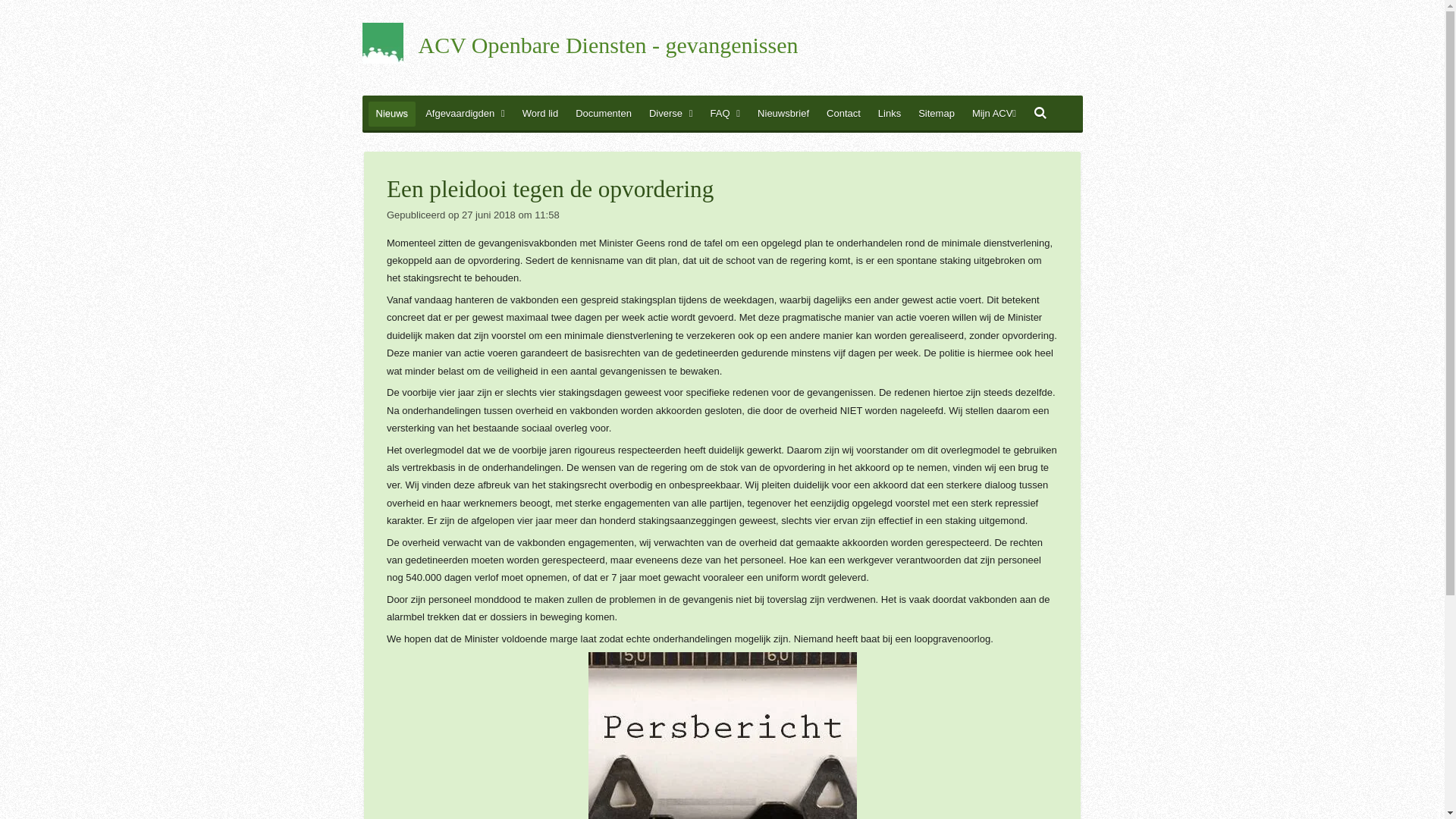 This screenshot has height=819, width=1456. What do you see at coordinates (724, 113) in the screenshot?
I see `'FAQ'` at bounding box center [724, 113].